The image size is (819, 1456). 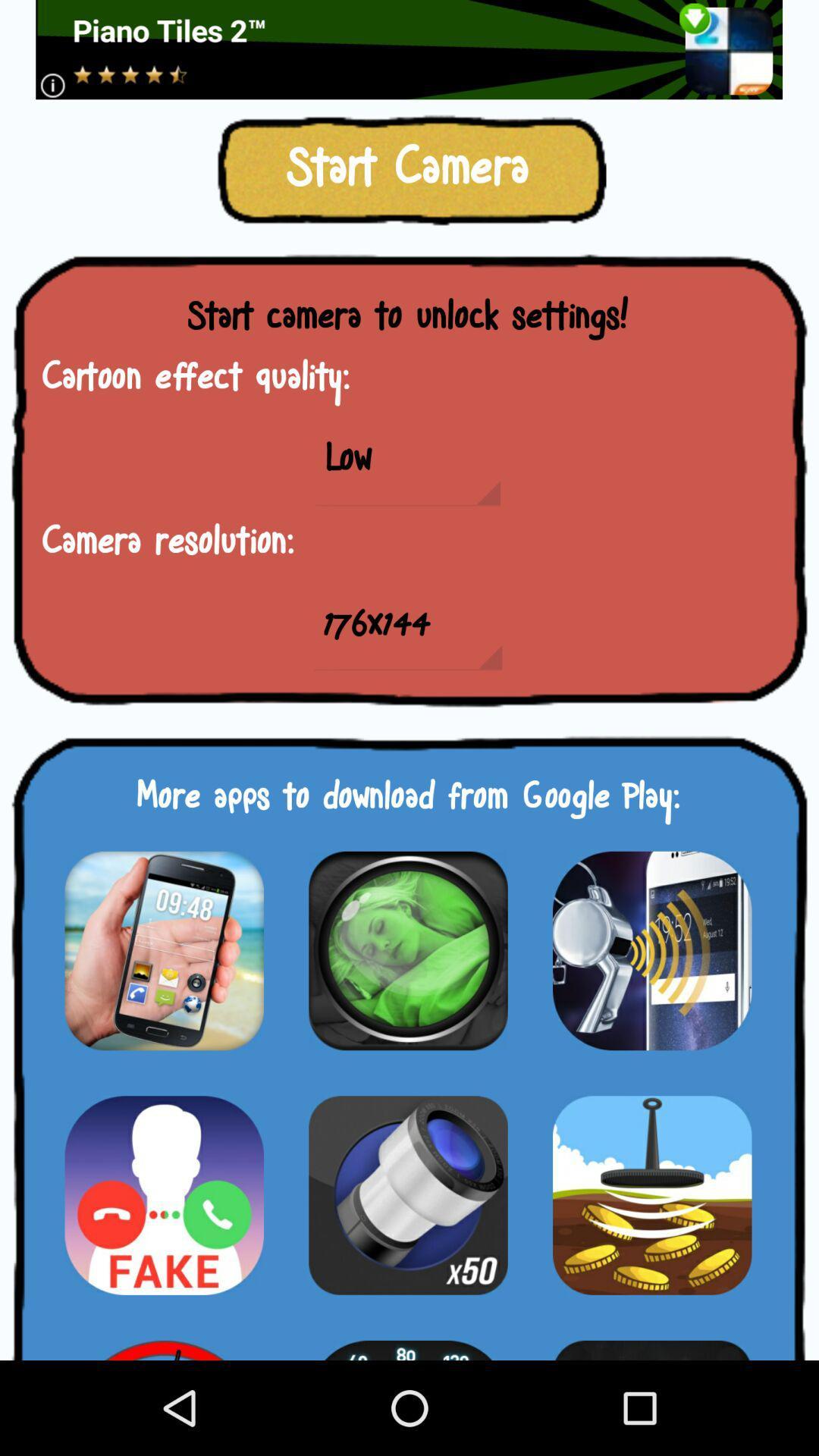 What do you see at coordinates (651, 1341) in the screenshot?
I see `app option` at bounding box center [651, 1341].